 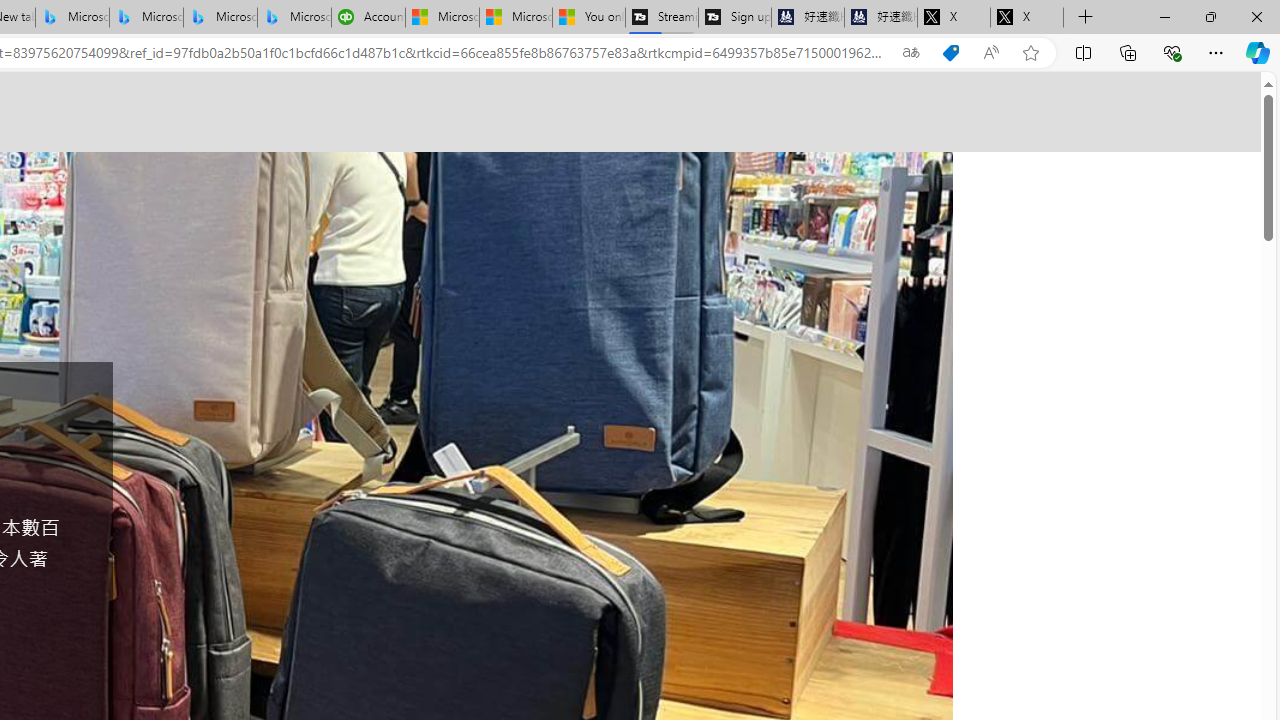 I want to click on 'Copilot (Ctrl+Shift+.)', so click(x=1257, y=51).